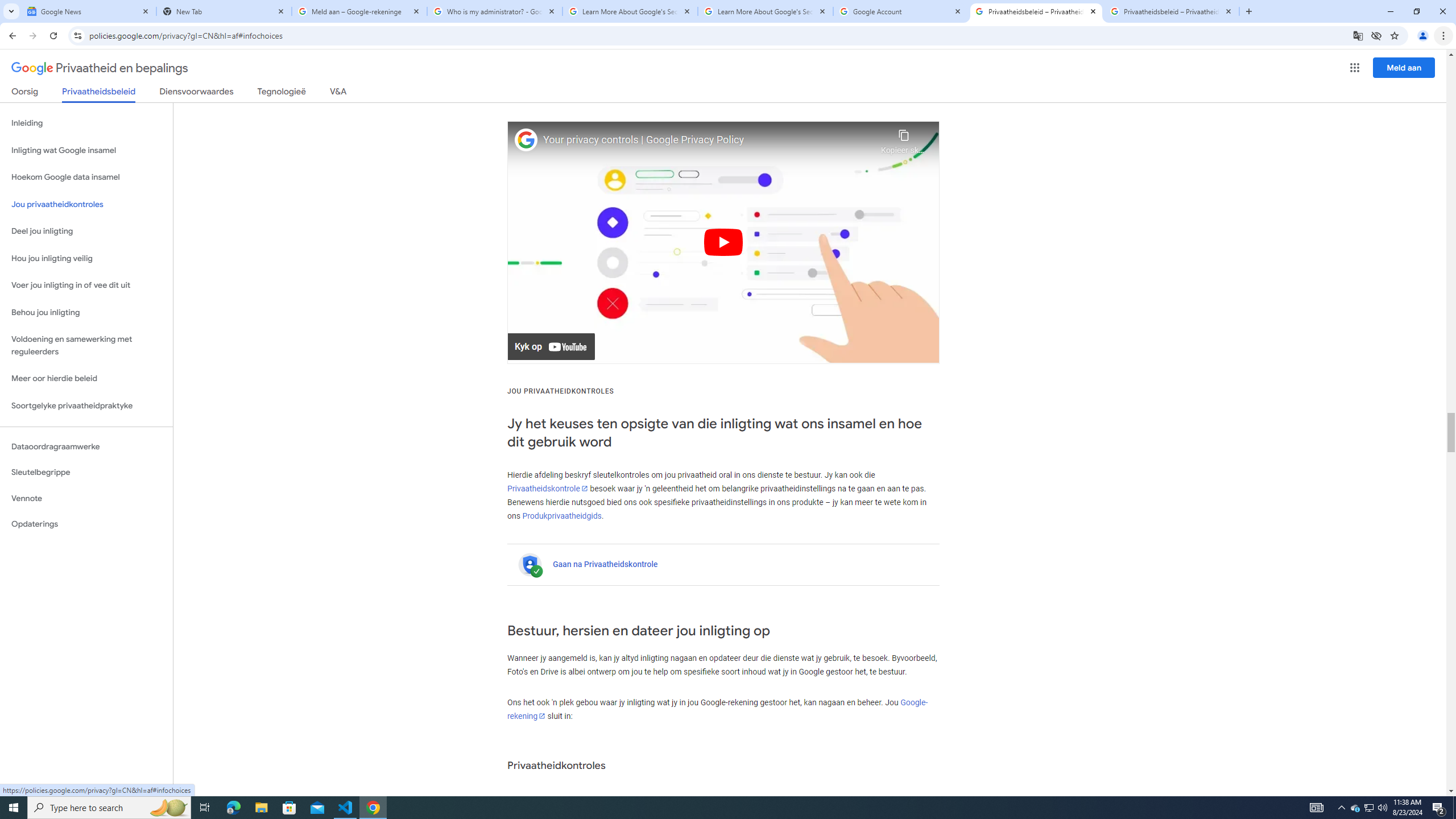 The width and height of the screenshot is (1456, 819). I want to click on 'Privaatheidskontrole', so click(547, 487).